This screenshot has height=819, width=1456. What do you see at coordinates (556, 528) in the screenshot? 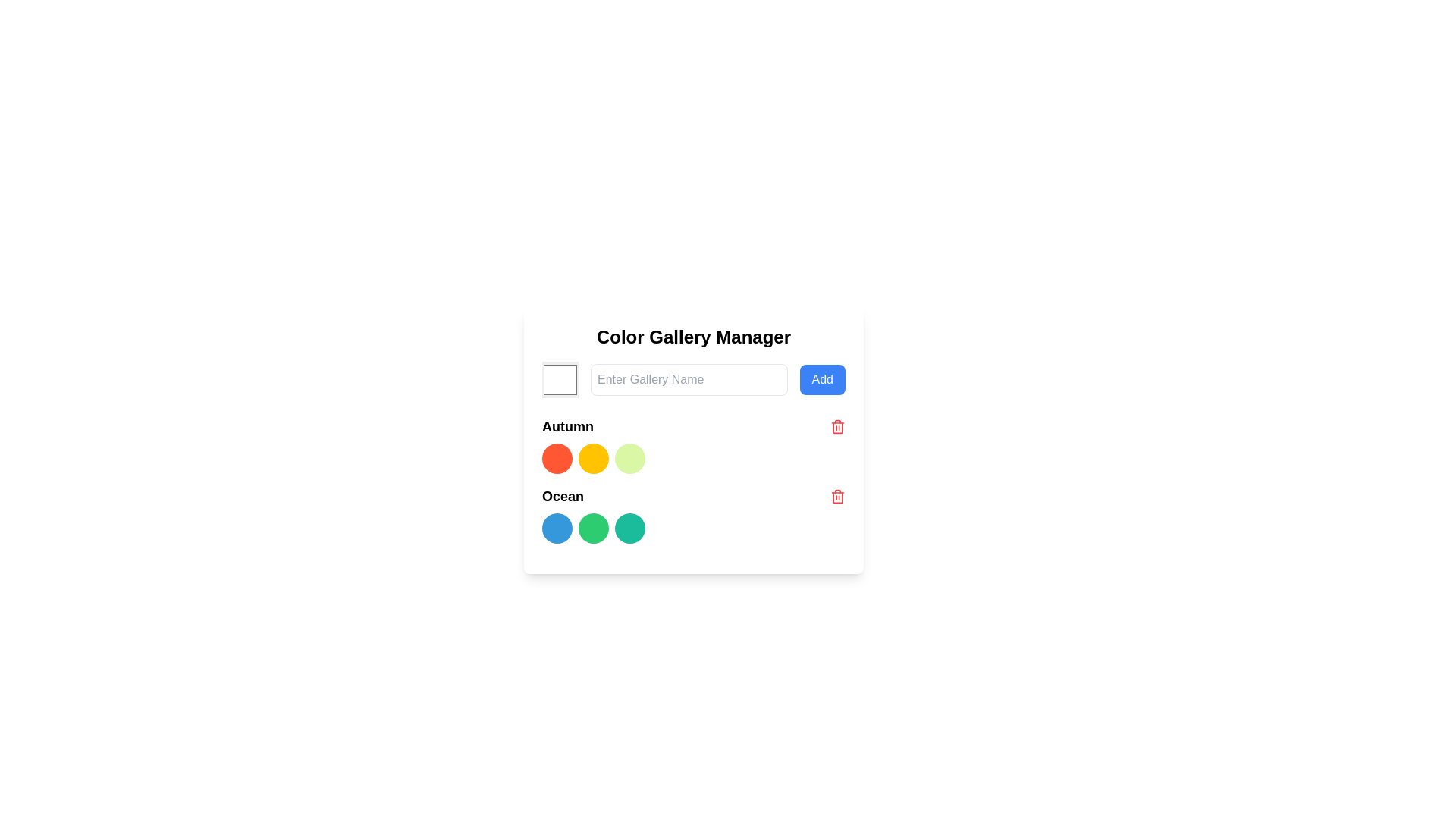
I see `the first circular button or color indicator in the Ocean section, which serves as a color selector` at bounding box center [556, 528].